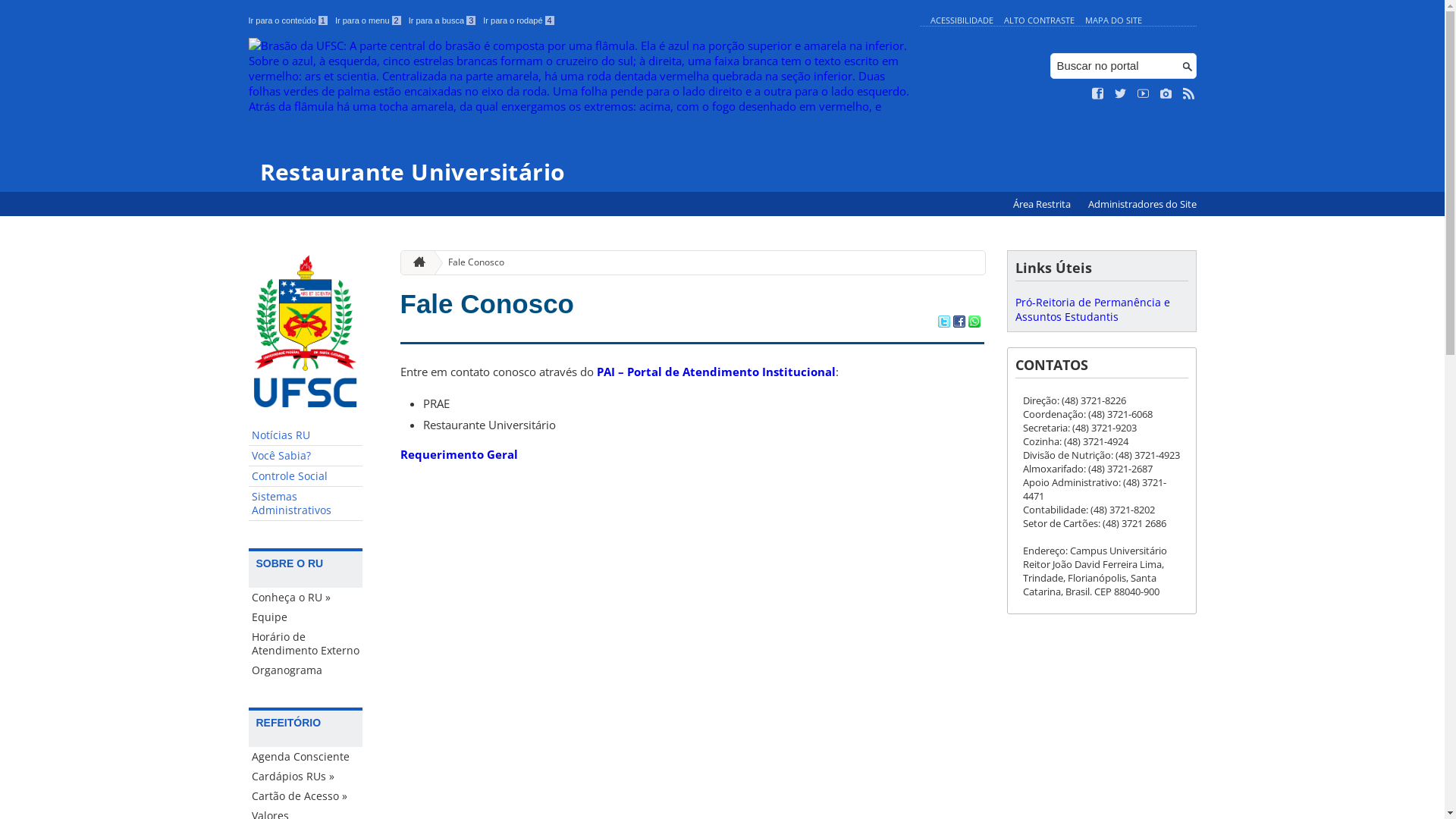 The image size is (1456, 819). What do you see at coordinates (305, 504) in the screenshot?
I see `'Sistemas Administrativos'` at bounding box center [305, 504].